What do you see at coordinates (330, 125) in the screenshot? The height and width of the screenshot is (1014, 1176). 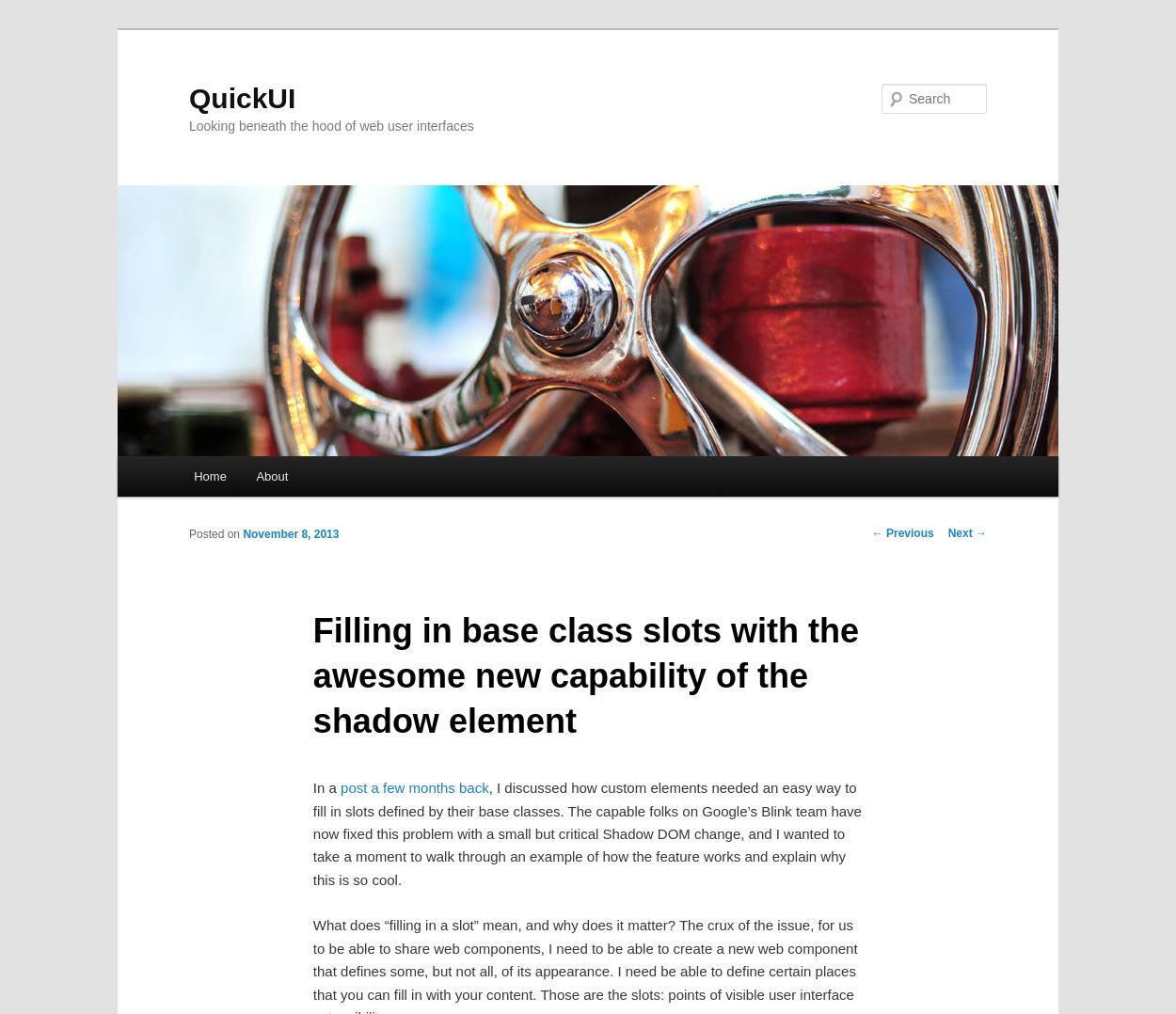 I see `'Looking beneath the hood of web user interfaces'` at bounding box center [330, 125].